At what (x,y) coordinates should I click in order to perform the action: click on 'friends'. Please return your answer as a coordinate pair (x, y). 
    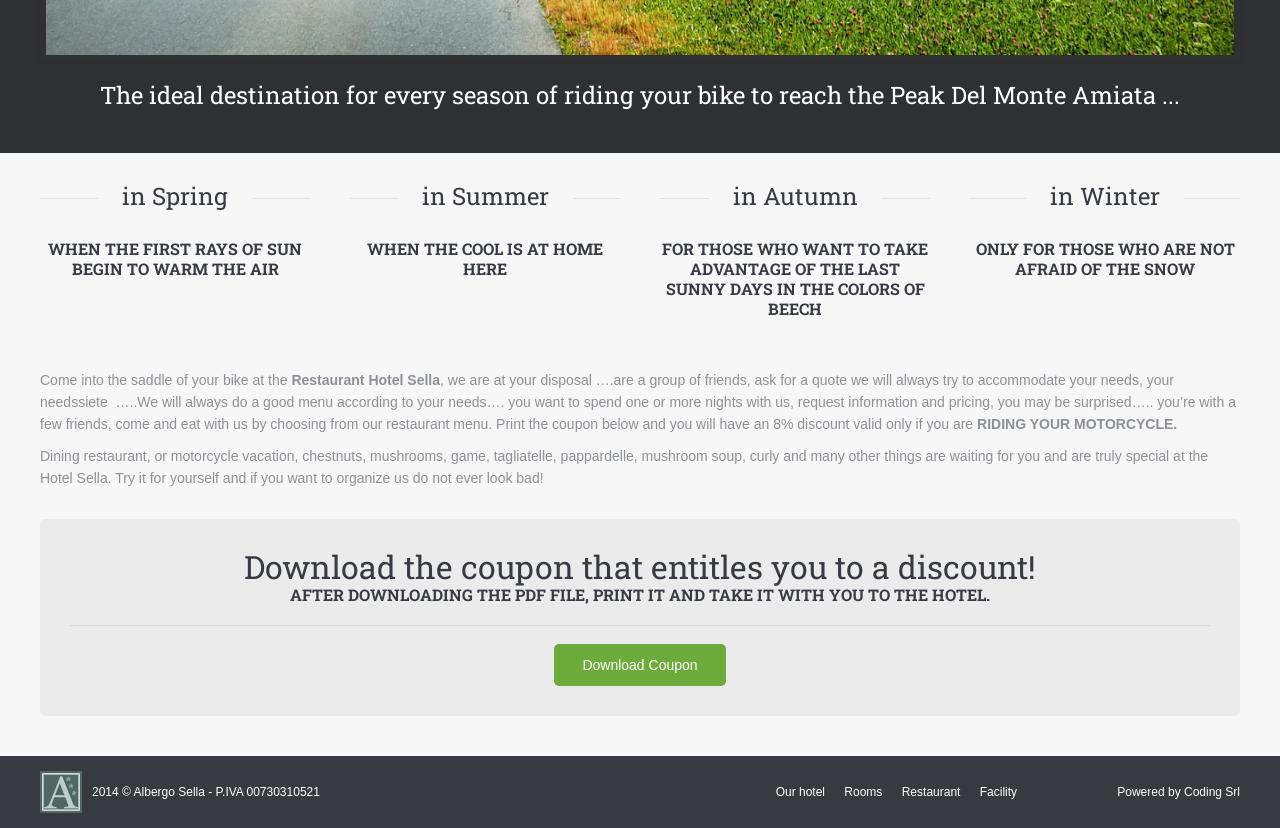
    Looking at the image, I should click on (723, 378).